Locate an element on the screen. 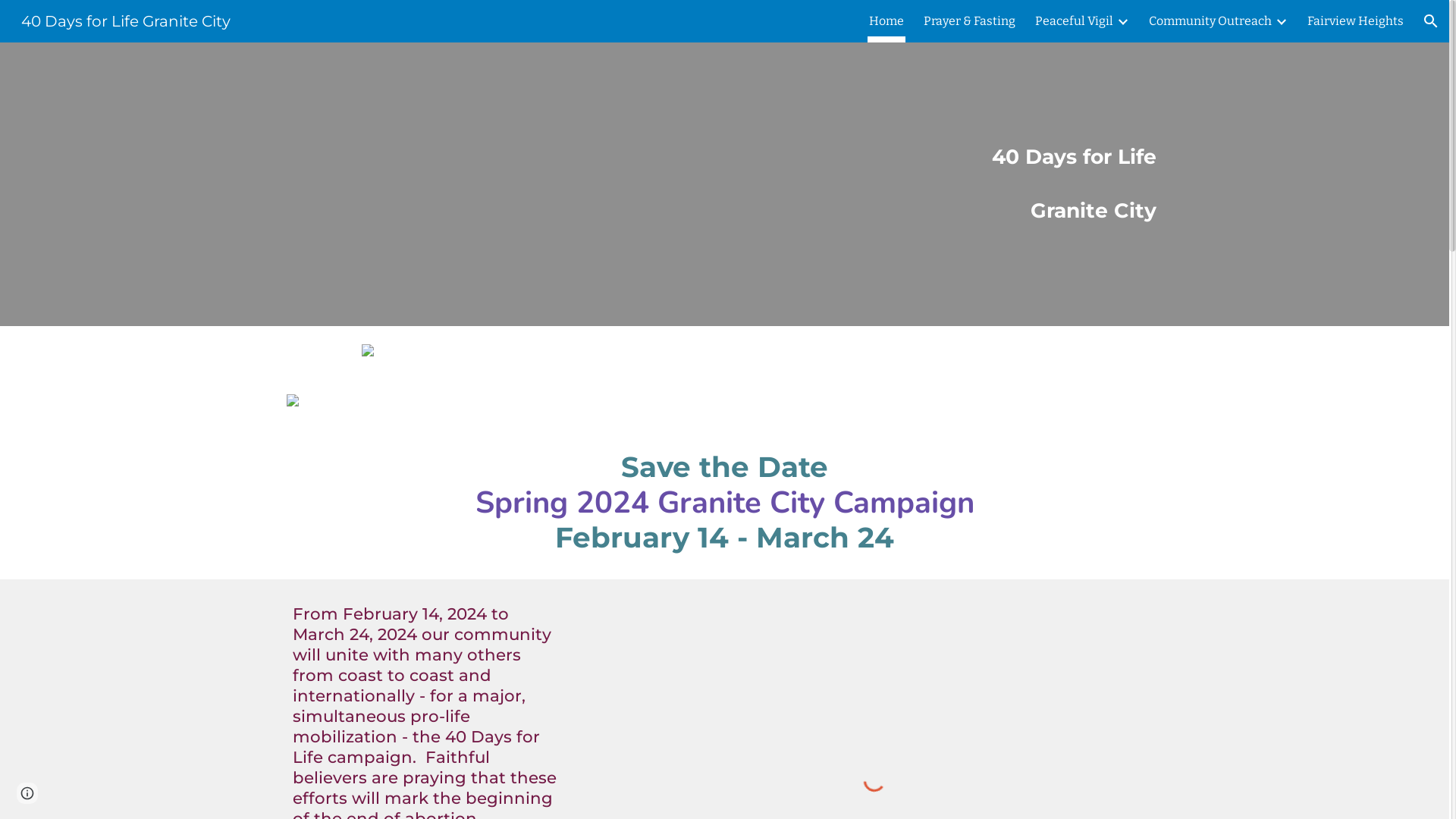 The image size is (1456, 819). 'Community Outreach' is located at coordinates (1149, 20).